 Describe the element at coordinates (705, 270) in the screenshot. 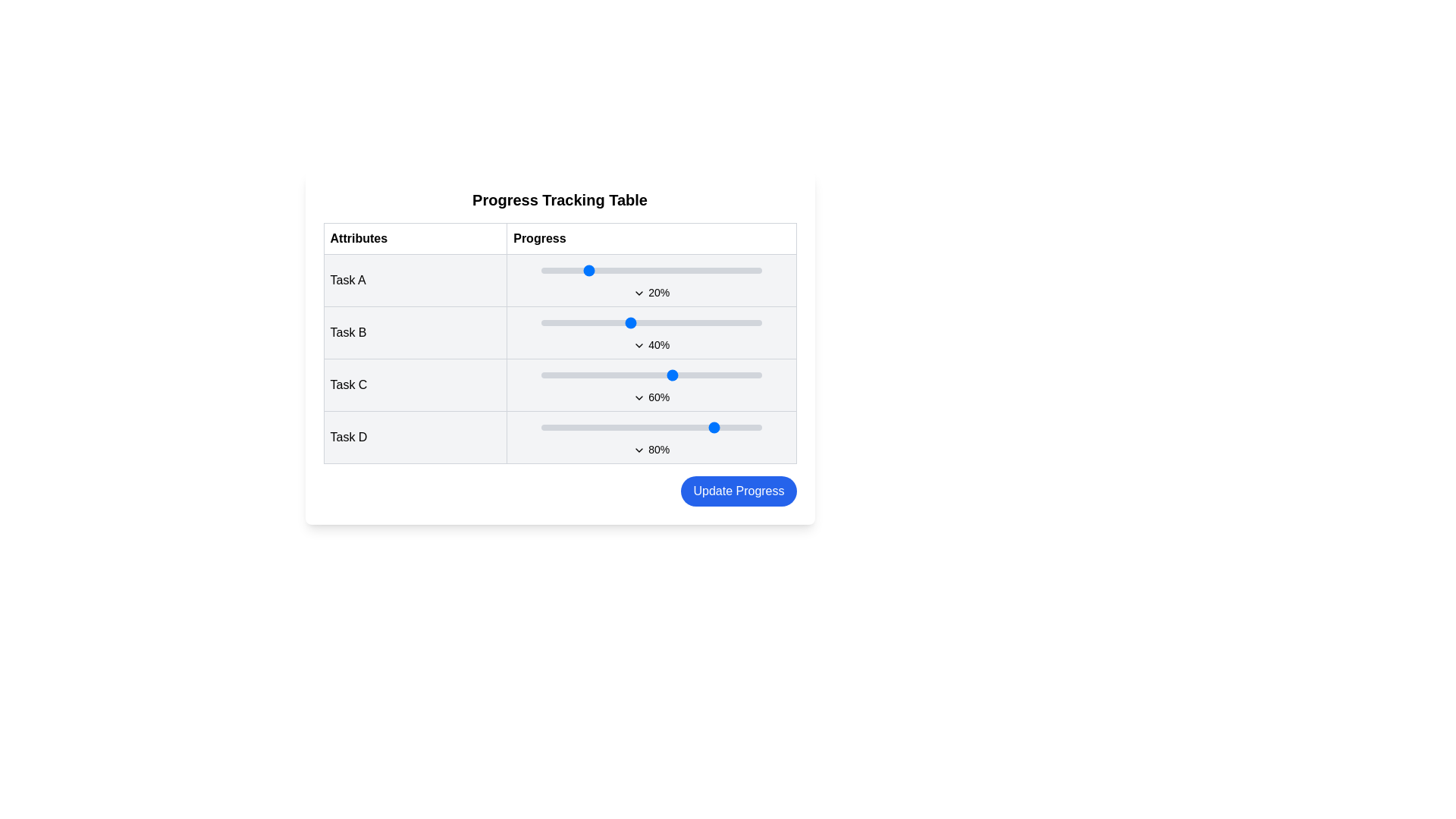

I see `the slider value` at that location.